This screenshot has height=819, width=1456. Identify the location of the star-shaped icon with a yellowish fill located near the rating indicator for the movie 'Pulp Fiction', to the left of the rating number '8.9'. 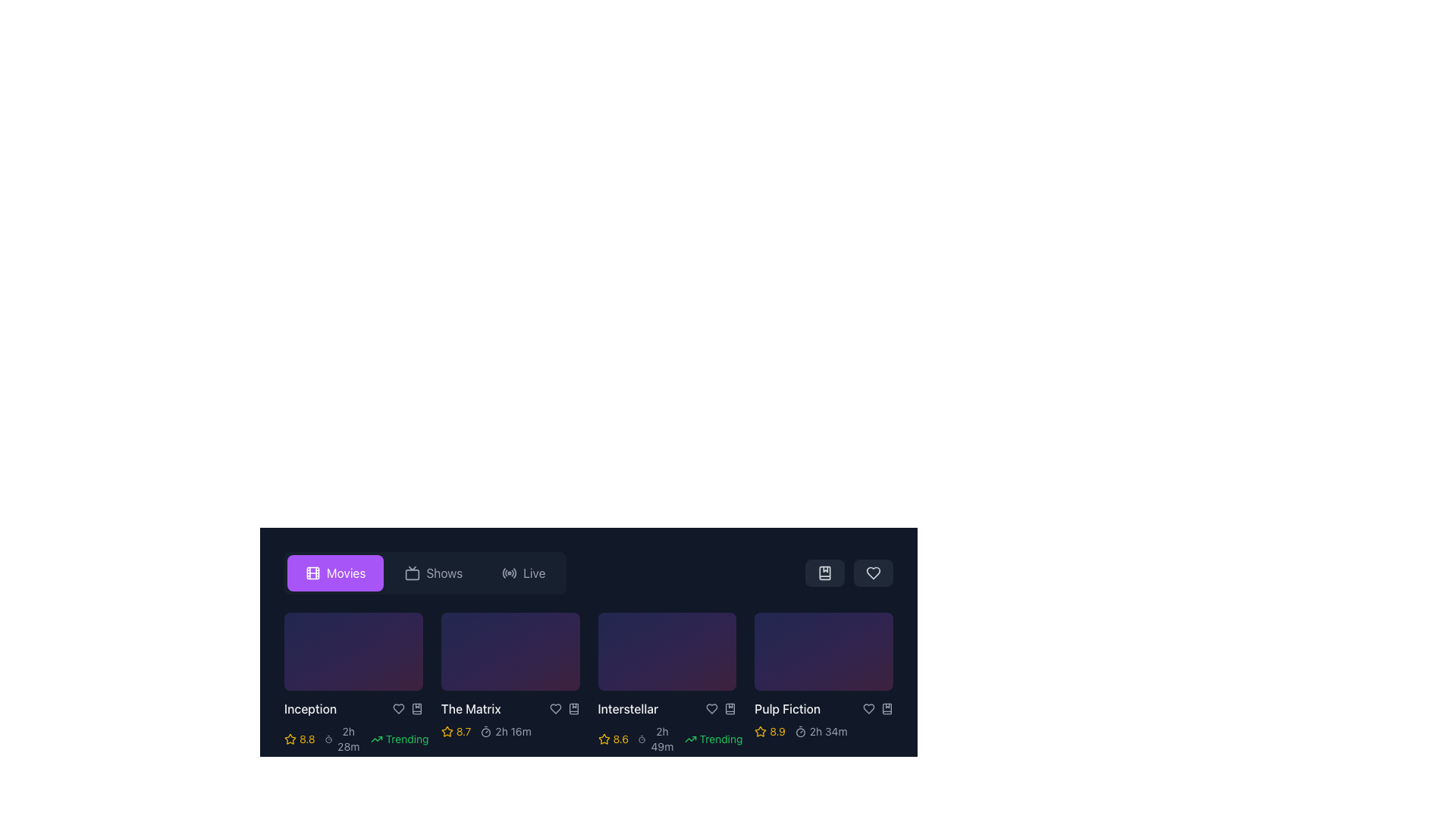
(761, 730).